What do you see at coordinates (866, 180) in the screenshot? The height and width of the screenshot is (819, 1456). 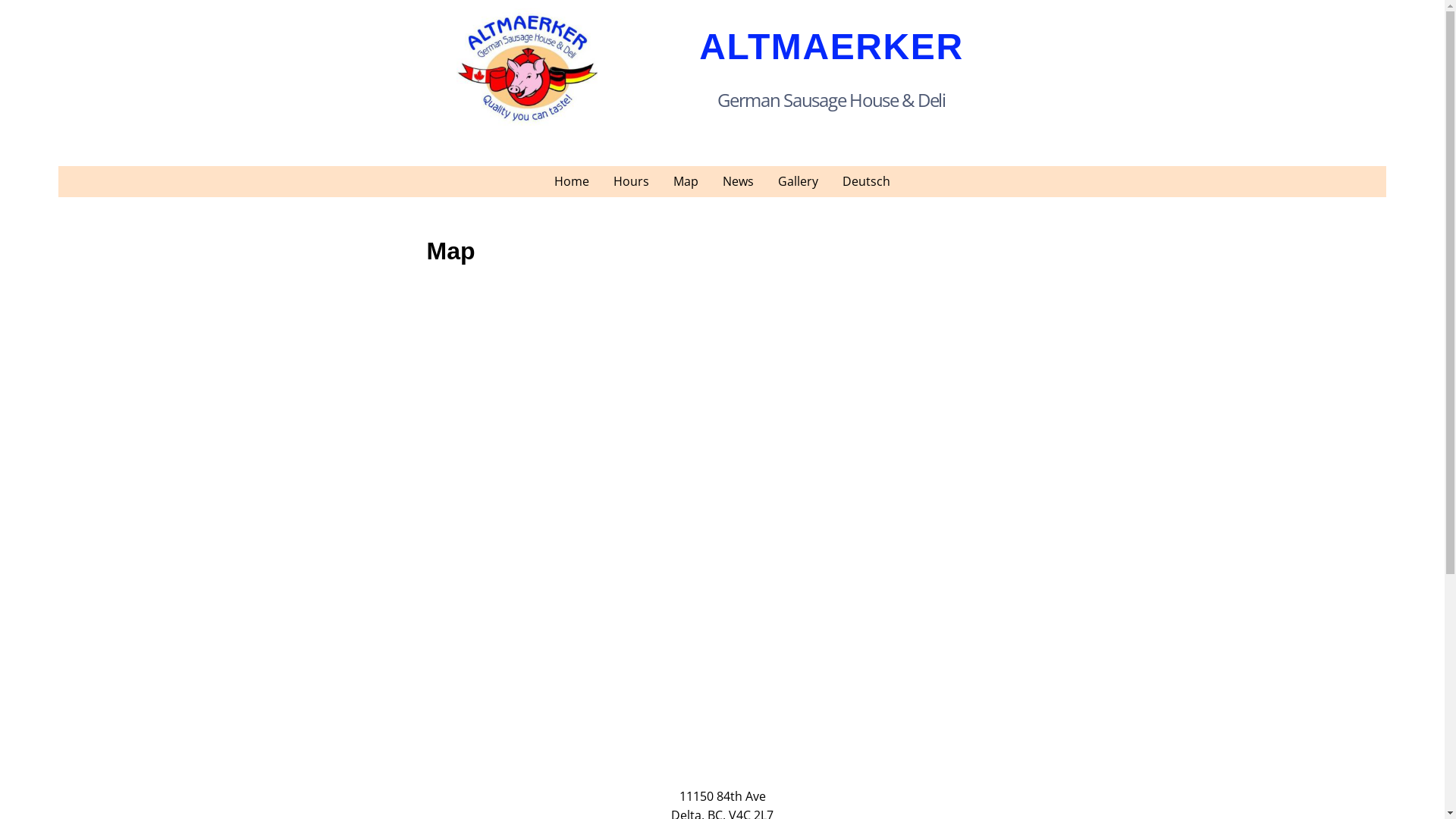 I see `'Deutsch'` at bounding box center [866, 180].